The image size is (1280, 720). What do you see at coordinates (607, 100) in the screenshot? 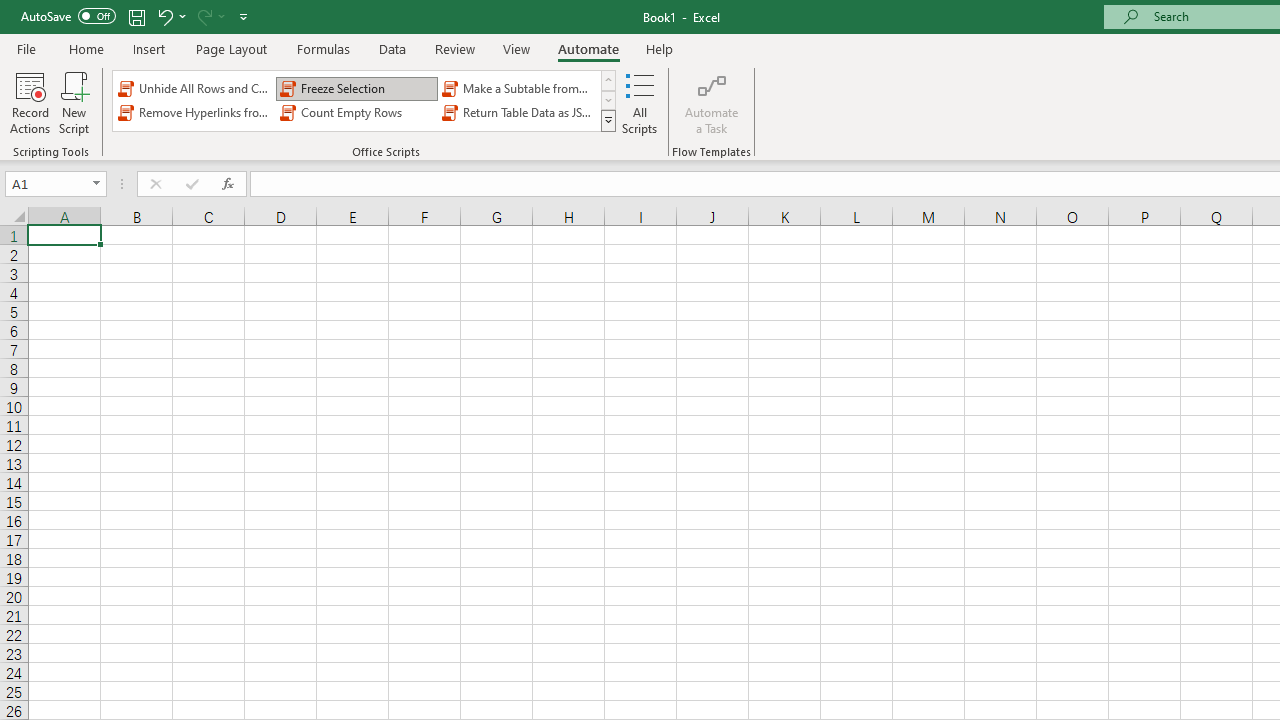
I see `'Row Down'` at bounding box center [607, 100].